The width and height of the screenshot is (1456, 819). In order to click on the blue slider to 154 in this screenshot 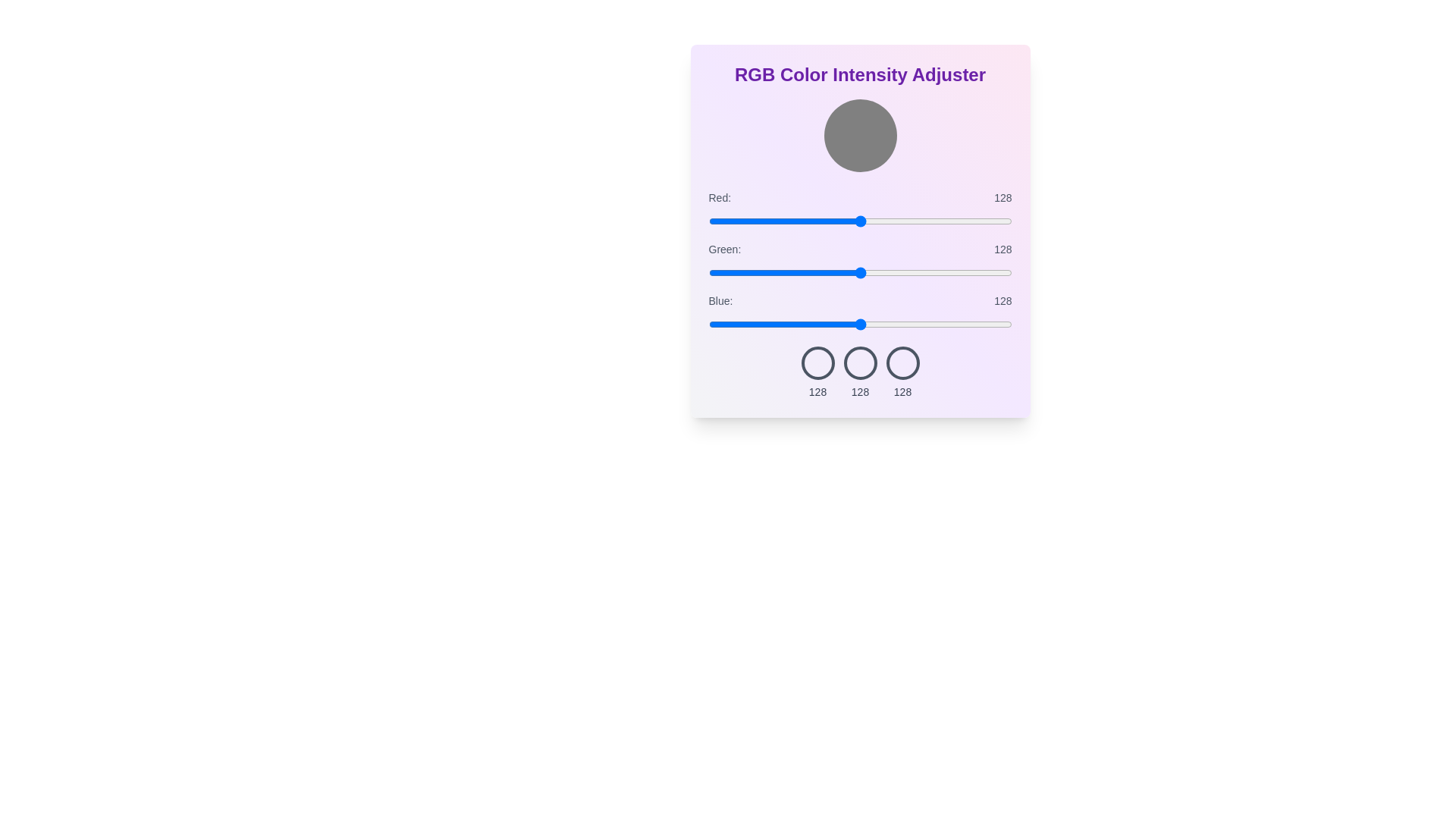, I will do `click(892, 324)`.